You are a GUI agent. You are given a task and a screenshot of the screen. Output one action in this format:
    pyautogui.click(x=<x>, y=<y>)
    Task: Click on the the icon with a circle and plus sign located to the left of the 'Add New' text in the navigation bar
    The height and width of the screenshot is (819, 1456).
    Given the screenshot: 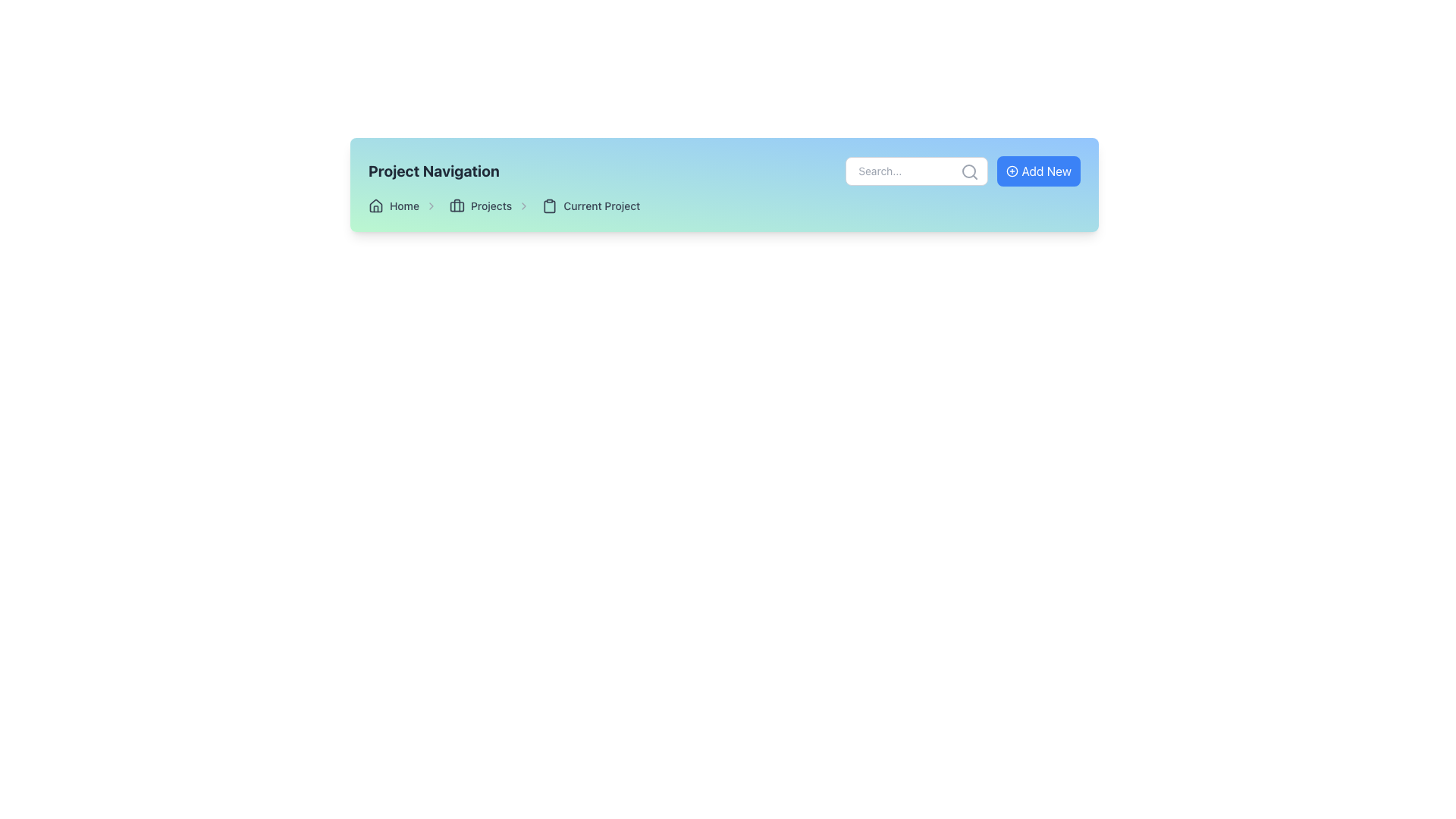 What is the action you would take?
    pyautogui.click(x=1012, y=171)
    